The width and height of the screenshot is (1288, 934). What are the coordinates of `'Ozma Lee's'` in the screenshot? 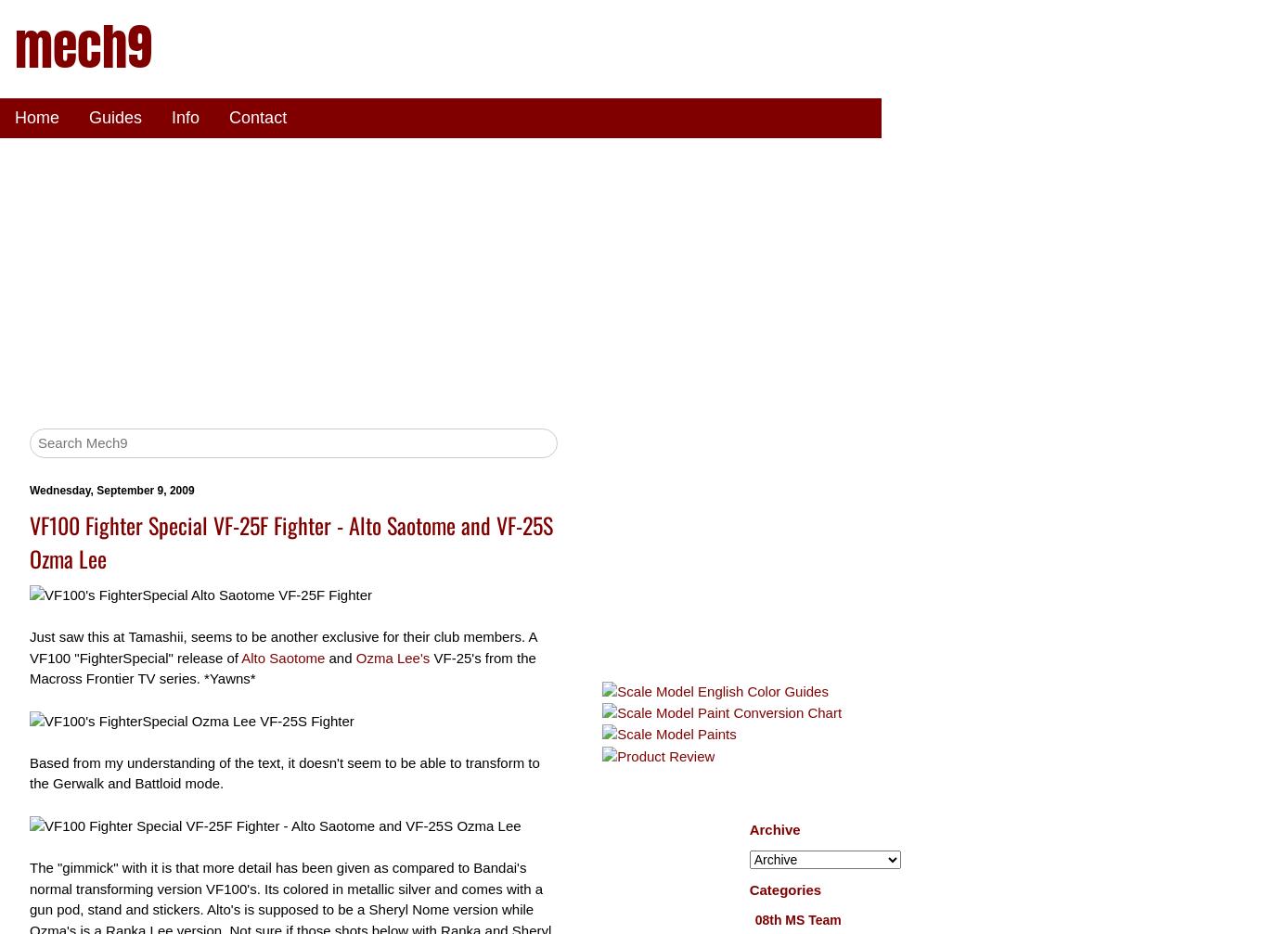 It's located at (392, 656).